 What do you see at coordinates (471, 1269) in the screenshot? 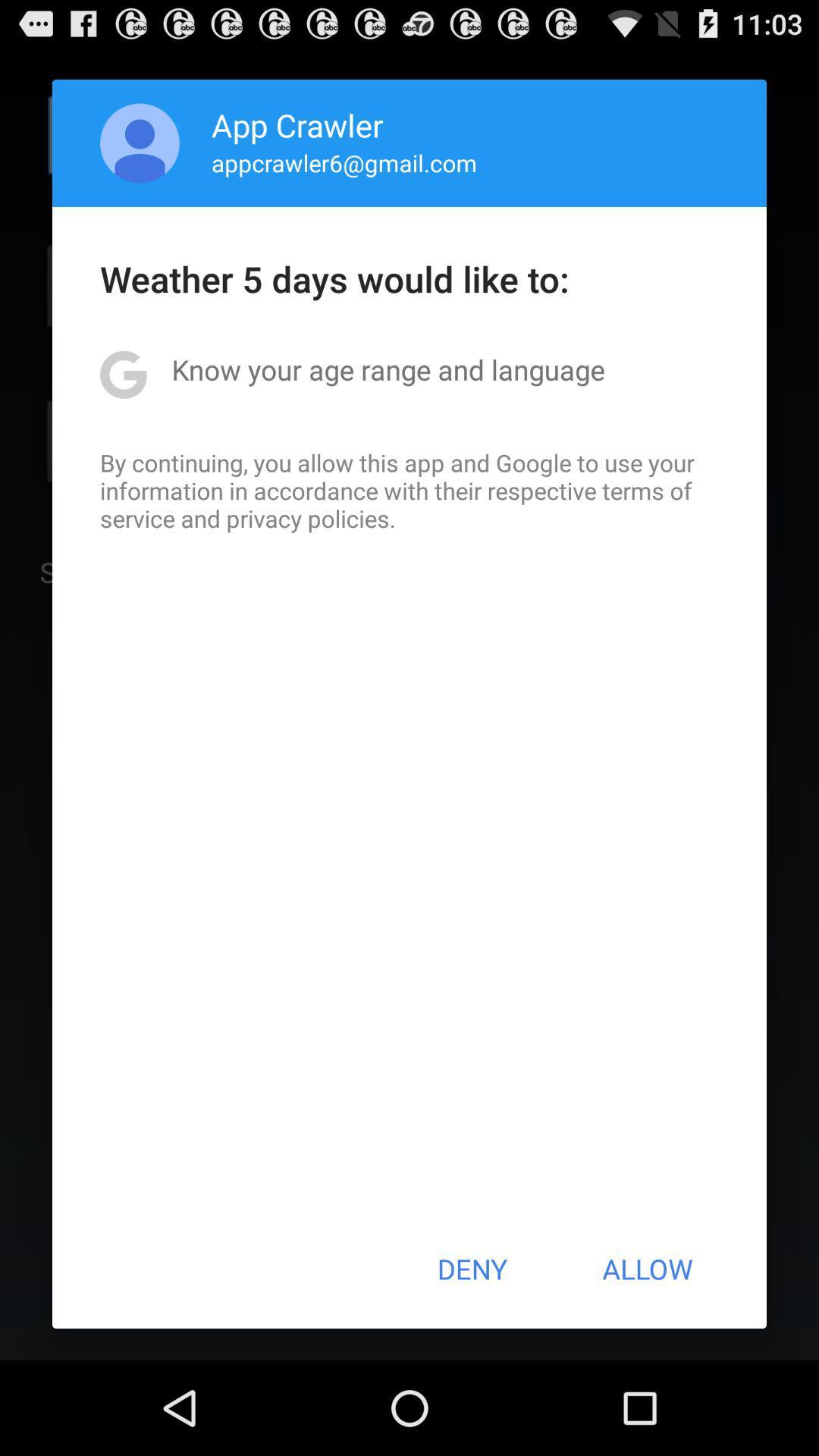
I see `the button at the bottom` at bounding box center [471, 1269].